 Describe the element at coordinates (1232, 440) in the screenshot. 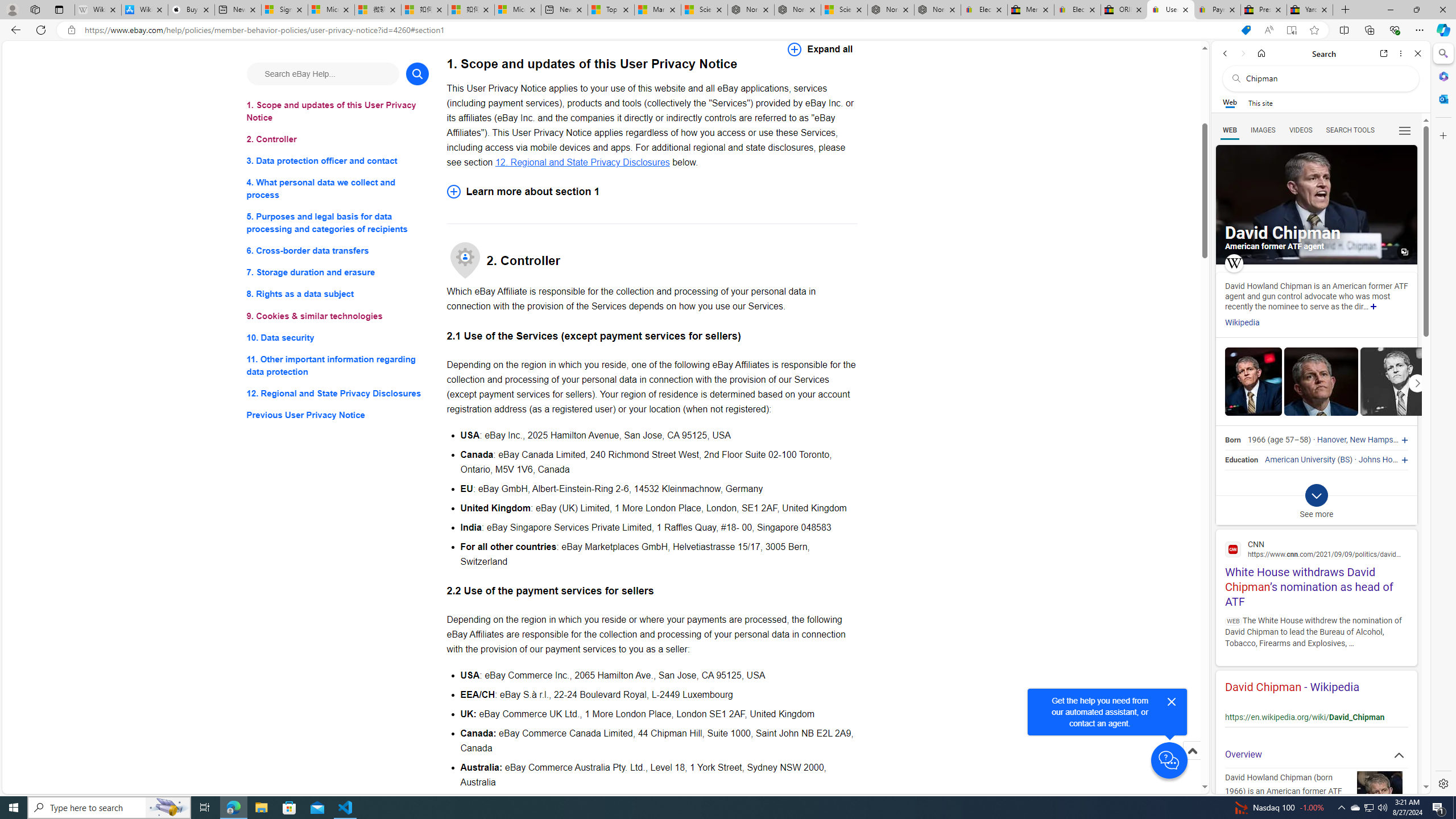

I see `'Born'` at that location.